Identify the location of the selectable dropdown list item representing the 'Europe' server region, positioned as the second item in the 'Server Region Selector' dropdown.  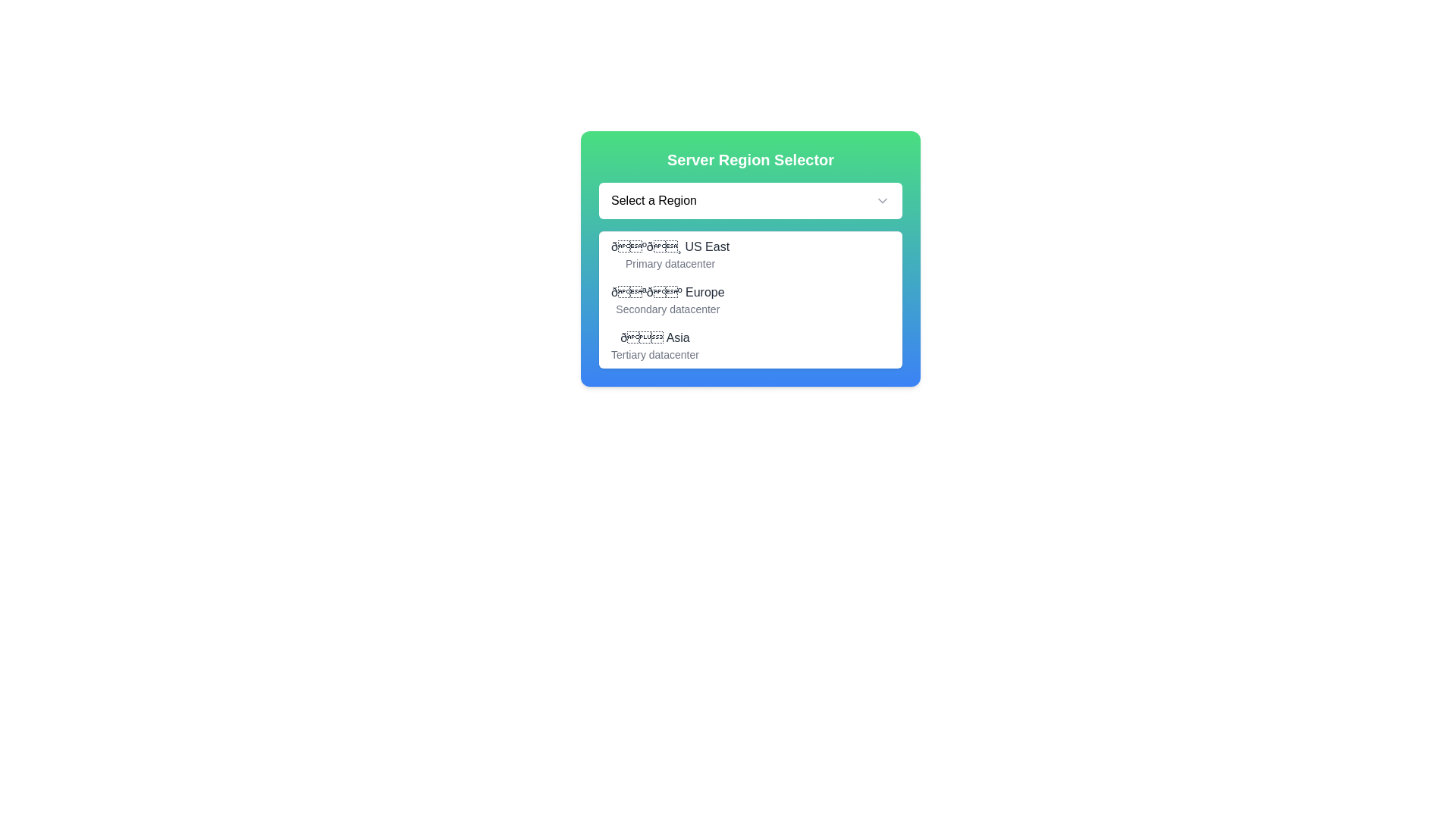
(667, 300).